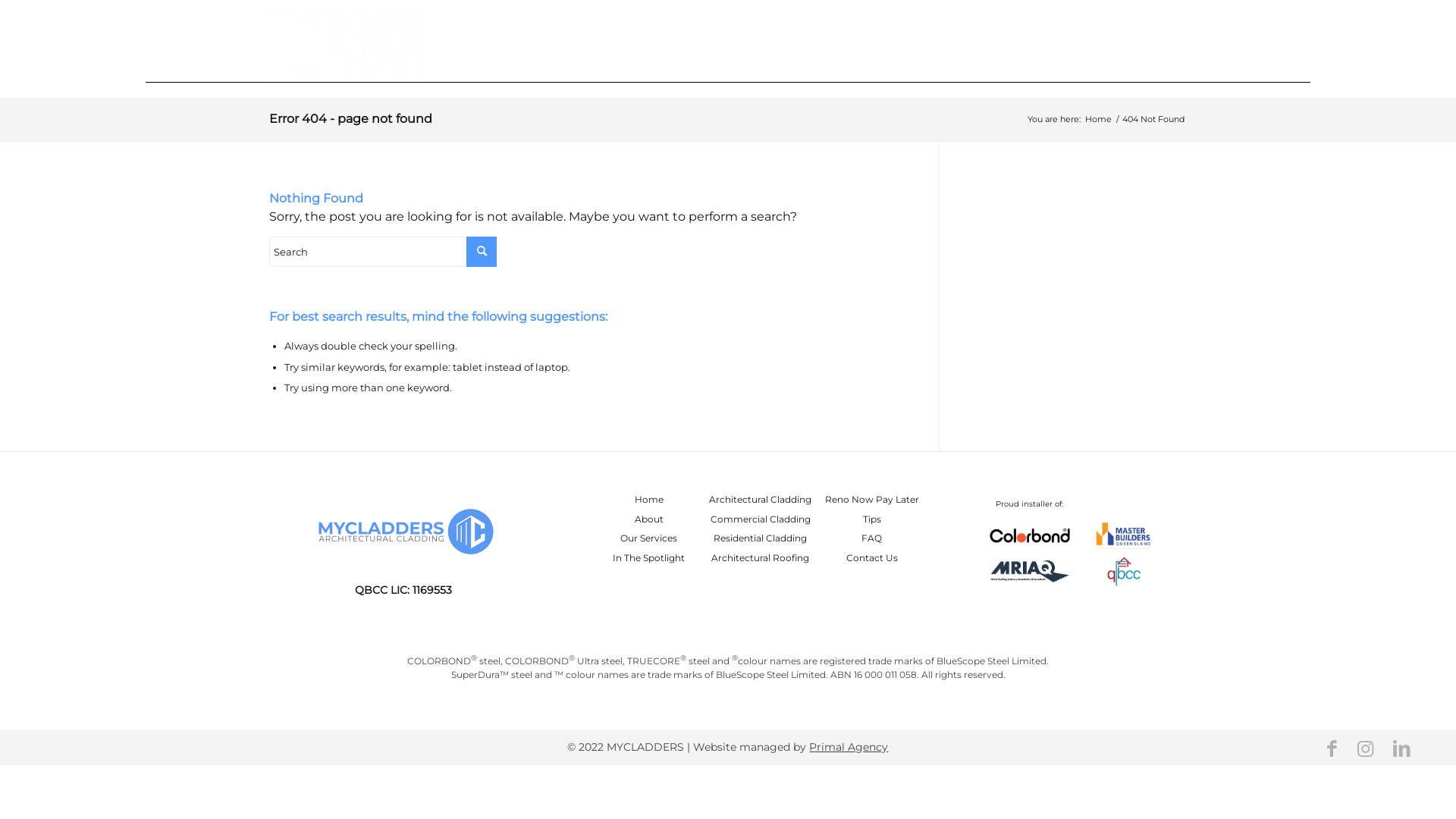  Describe the element at coordinates (648, 557) in the screenshot. I see `'In The Spotlight'` at that location.